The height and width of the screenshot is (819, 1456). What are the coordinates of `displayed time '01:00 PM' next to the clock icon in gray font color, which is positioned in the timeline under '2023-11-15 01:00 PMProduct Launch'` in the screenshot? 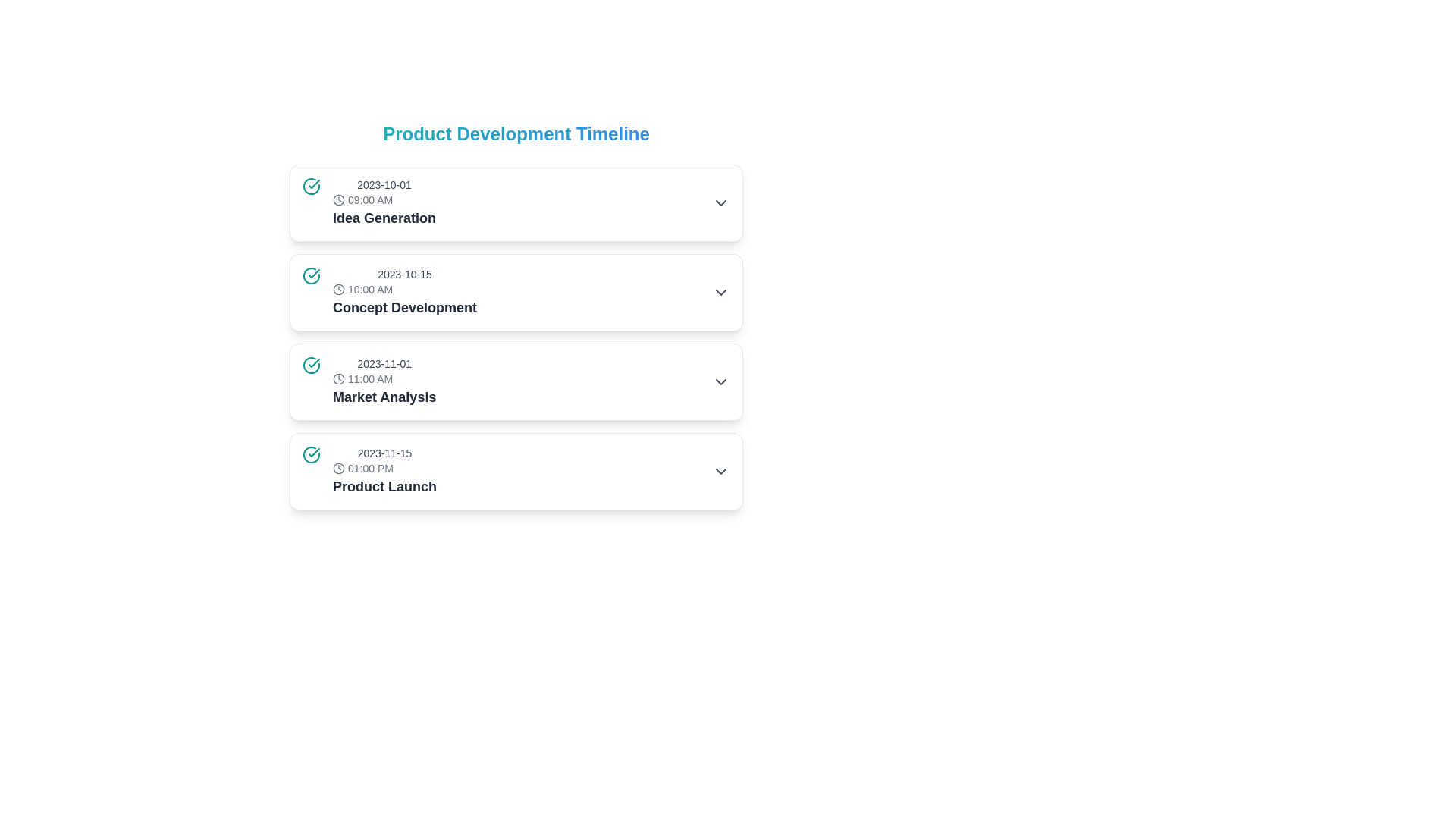 It's located at (384, 467).